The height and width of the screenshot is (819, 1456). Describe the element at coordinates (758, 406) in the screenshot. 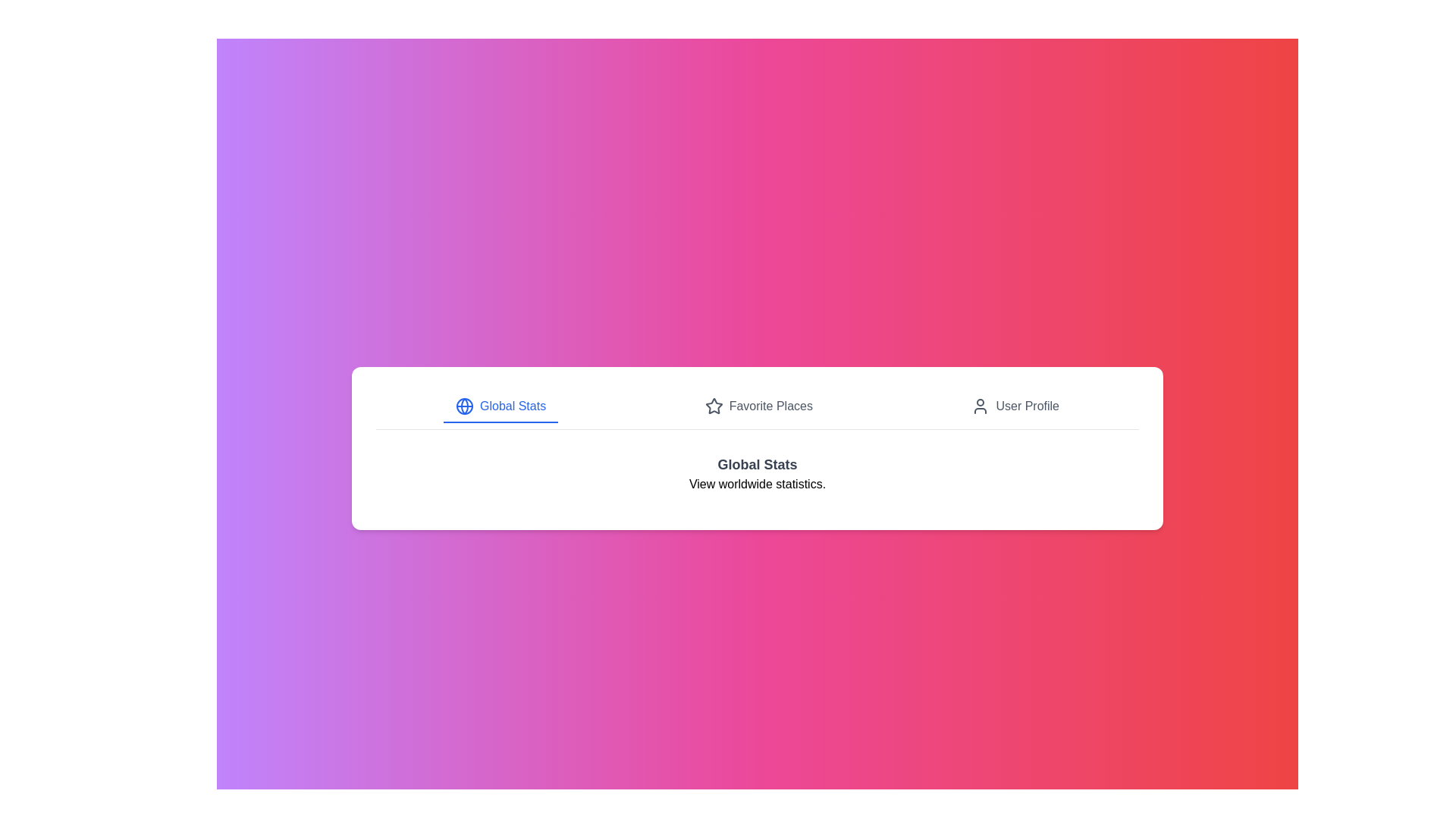

I see `the 'Favorite Places' button in the navigation bar to visualize the hover effect` at that location.